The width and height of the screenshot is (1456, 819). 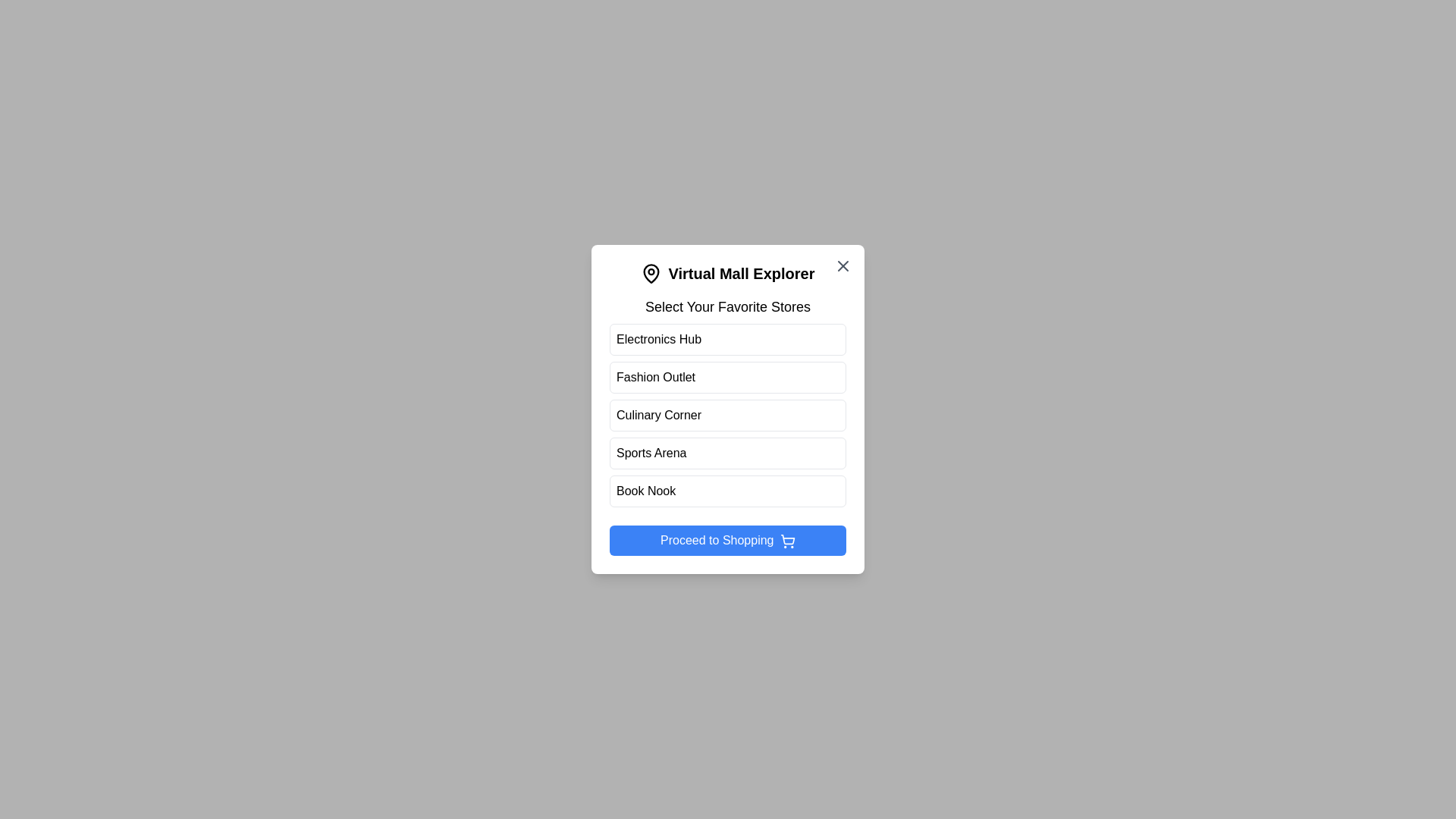 I want to click on the third item in the vertical list of labeled blocks within the modal window, so click(x=728, y=415).